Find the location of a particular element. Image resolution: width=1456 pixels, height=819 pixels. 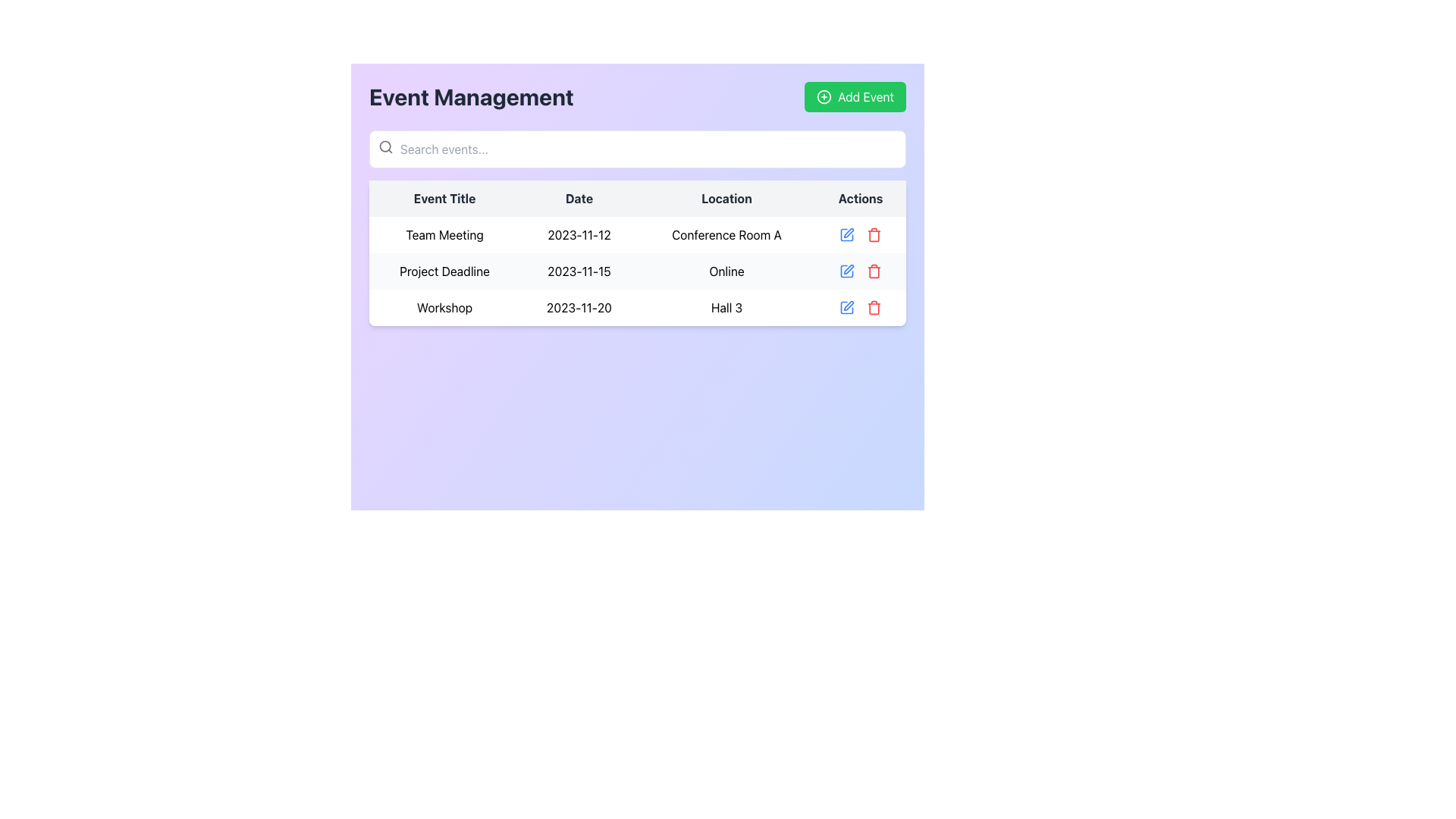

the Text Label that identifies the event 'Workshop', located in the first column of the third row in the table beneath the 'Event Title' header is located at coordinates (444, 307).